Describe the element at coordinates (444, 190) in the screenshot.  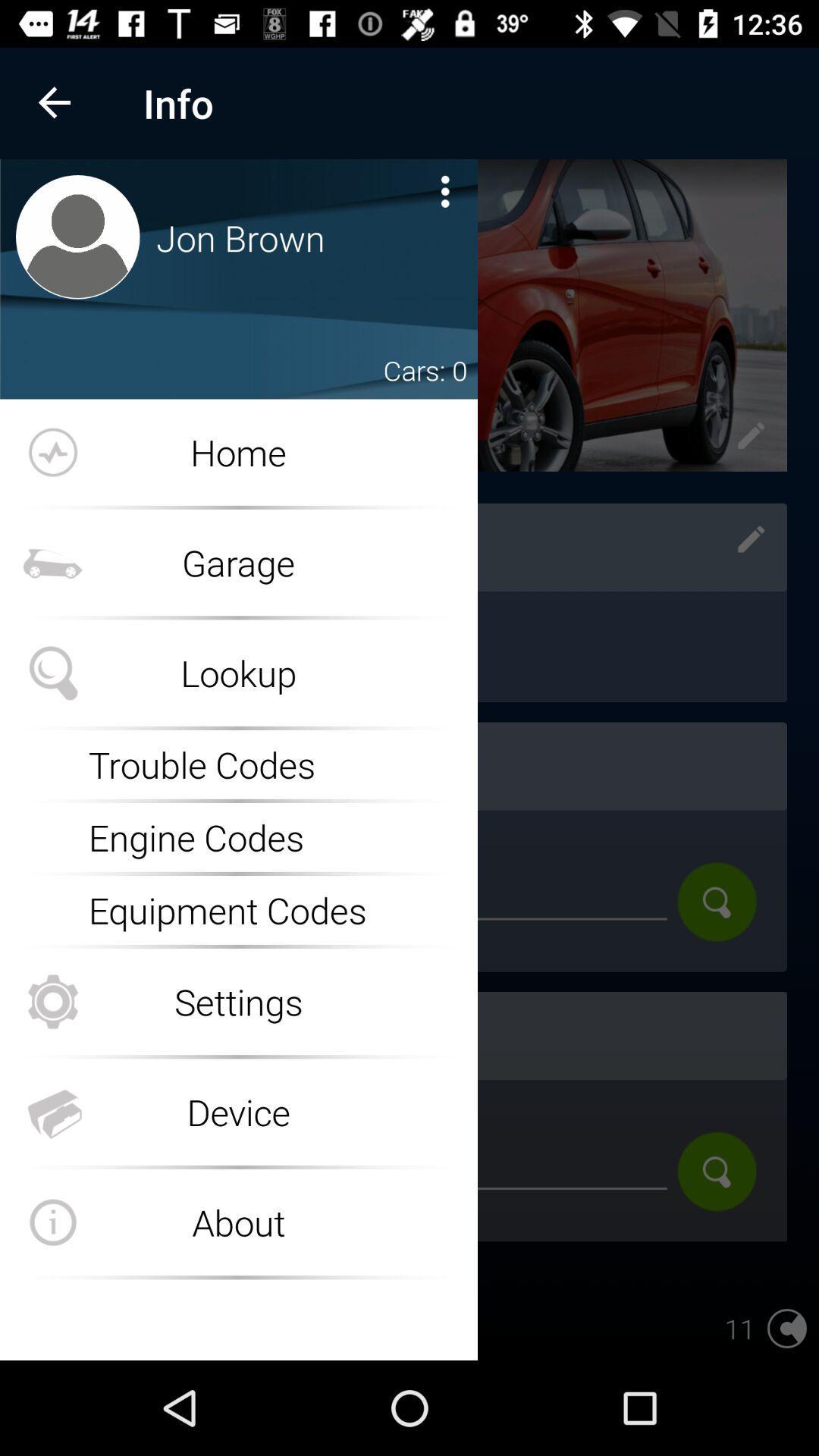
I see `the more icon` at that location.